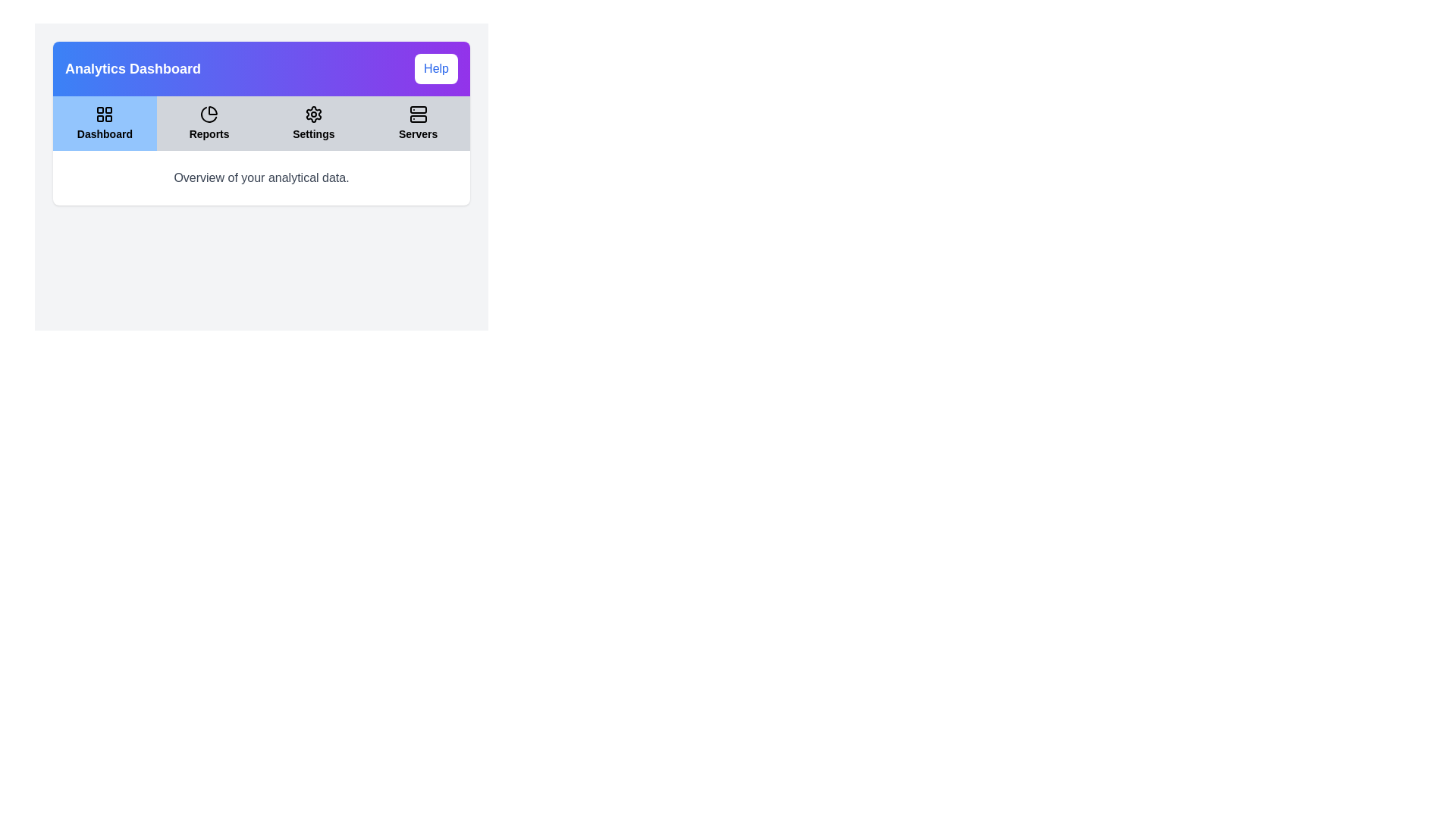 This screenshot has height=819, width=1456. I want to click on the small rectangular shape located in the bottom section of the server icon, which is the second of two vertically stacked rectangles, so click(418, 118).